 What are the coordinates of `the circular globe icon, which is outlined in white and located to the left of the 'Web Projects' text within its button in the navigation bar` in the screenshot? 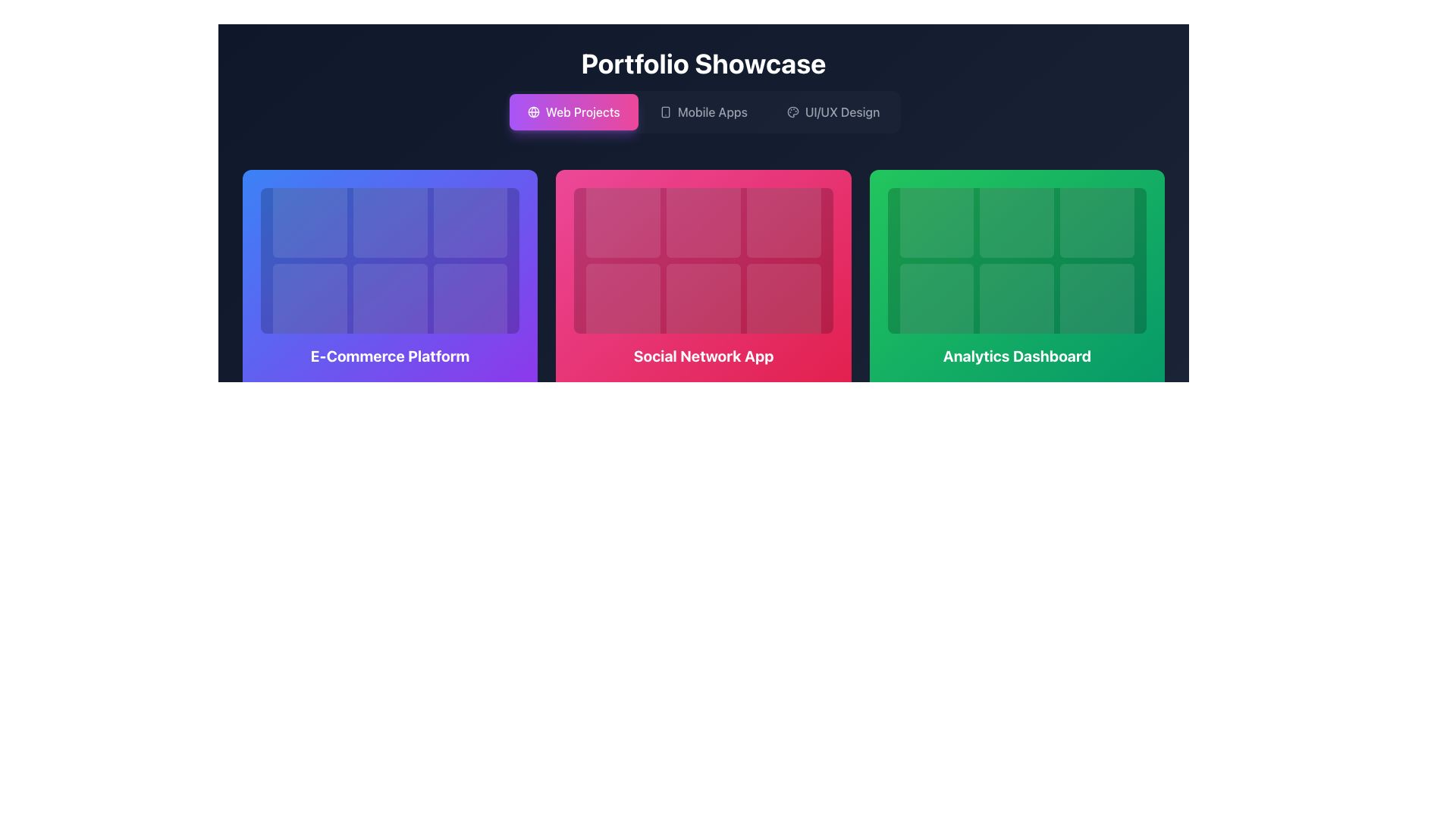 It's located at (533, 111).